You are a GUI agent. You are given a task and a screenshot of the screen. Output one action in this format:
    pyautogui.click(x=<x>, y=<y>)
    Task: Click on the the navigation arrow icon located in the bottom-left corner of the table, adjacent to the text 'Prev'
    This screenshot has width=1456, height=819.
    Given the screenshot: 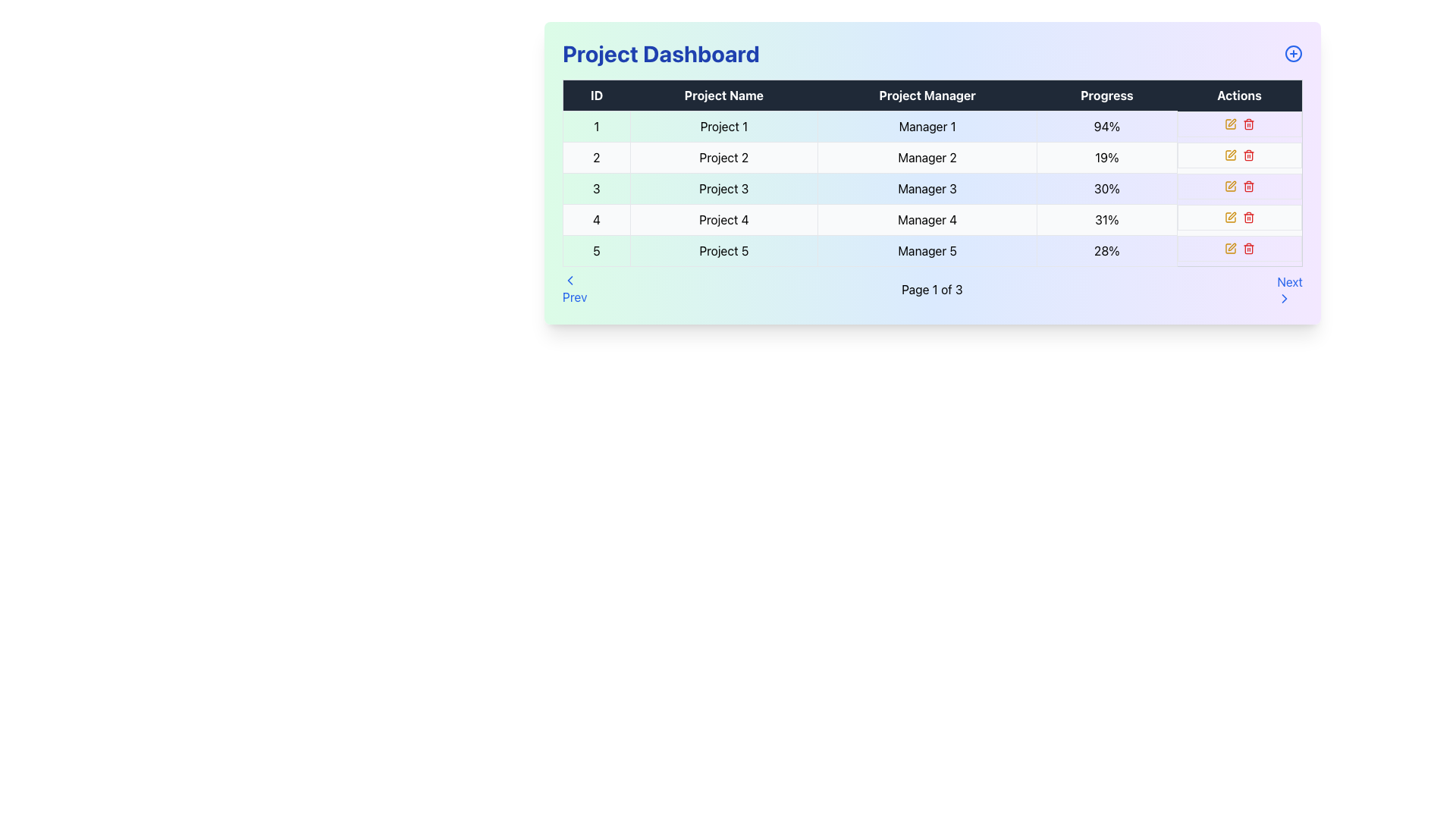 What is the action you would take?
    pyautogui.click(x=570, y=281)
    